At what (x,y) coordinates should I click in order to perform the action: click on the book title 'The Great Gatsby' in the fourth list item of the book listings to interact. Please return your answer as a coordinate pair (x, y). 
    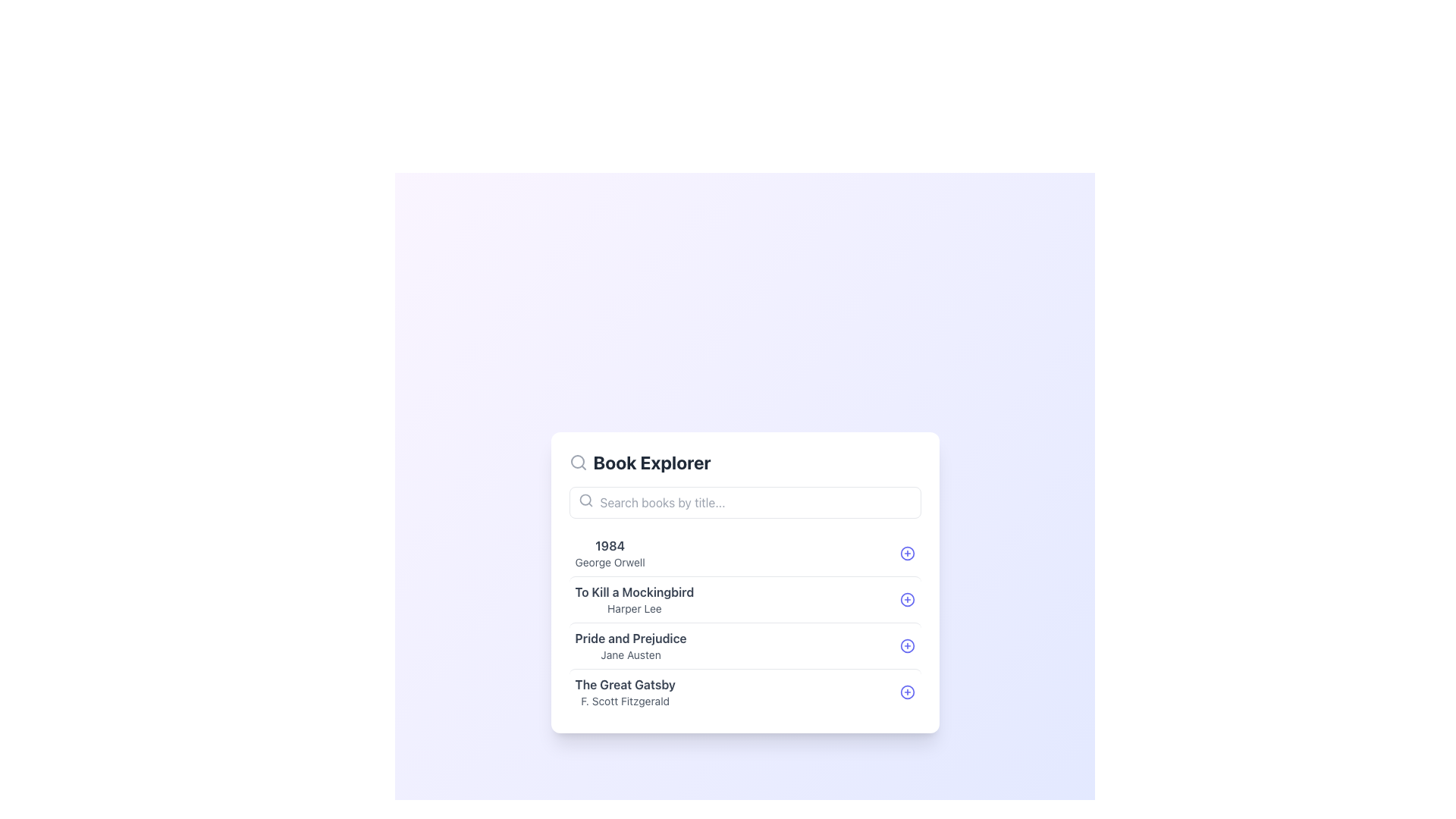
    Looking at the image, I should click on (745, 691).